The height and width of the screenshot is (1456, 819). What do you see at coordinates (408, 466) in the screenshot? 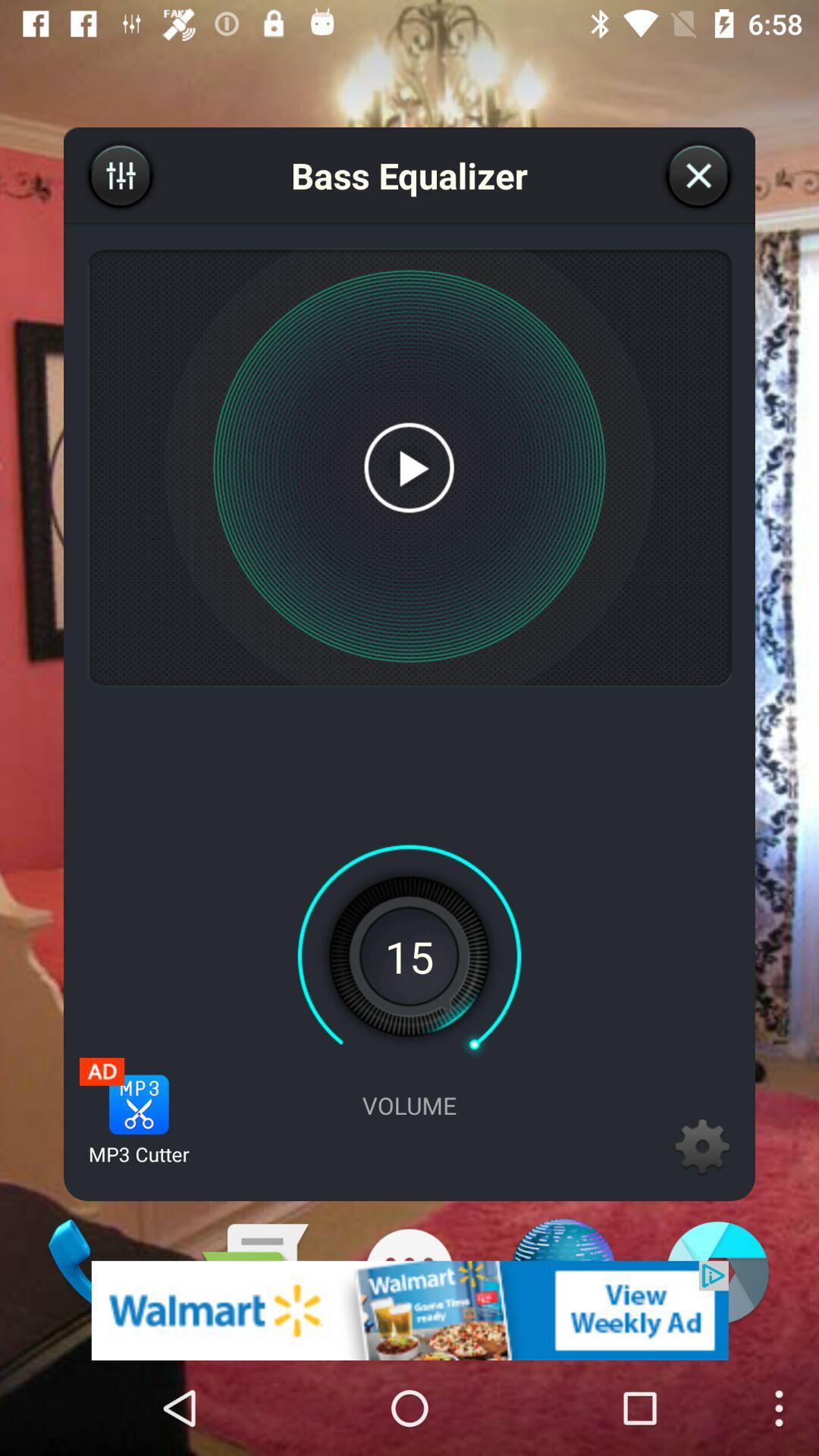
I see `the play icon` at bounding box center [408, 466].